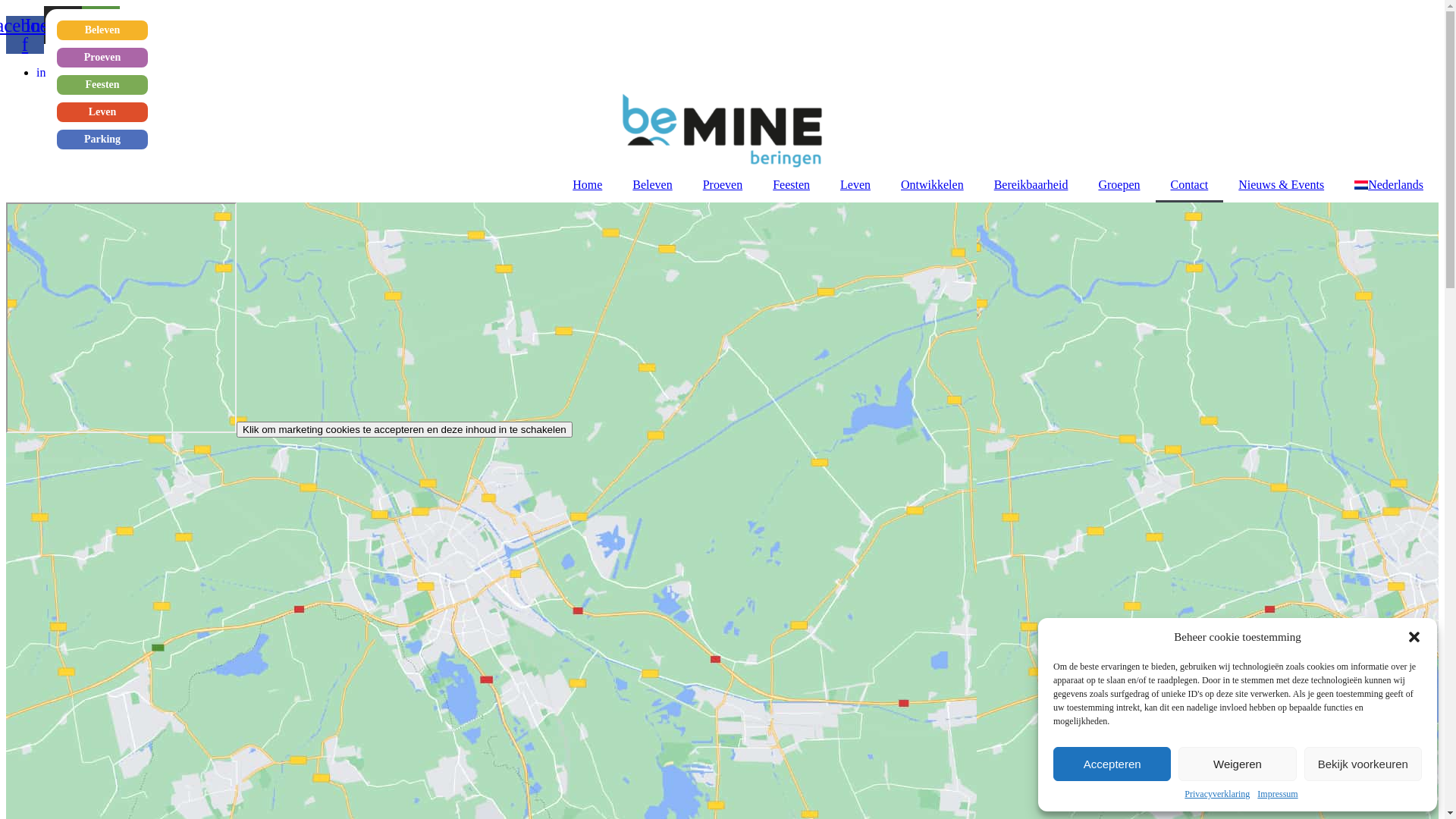 Image resolution: width=1456 pixels, height=819 pixels. I want to click on 'Accepteren', so click(1052, 764).